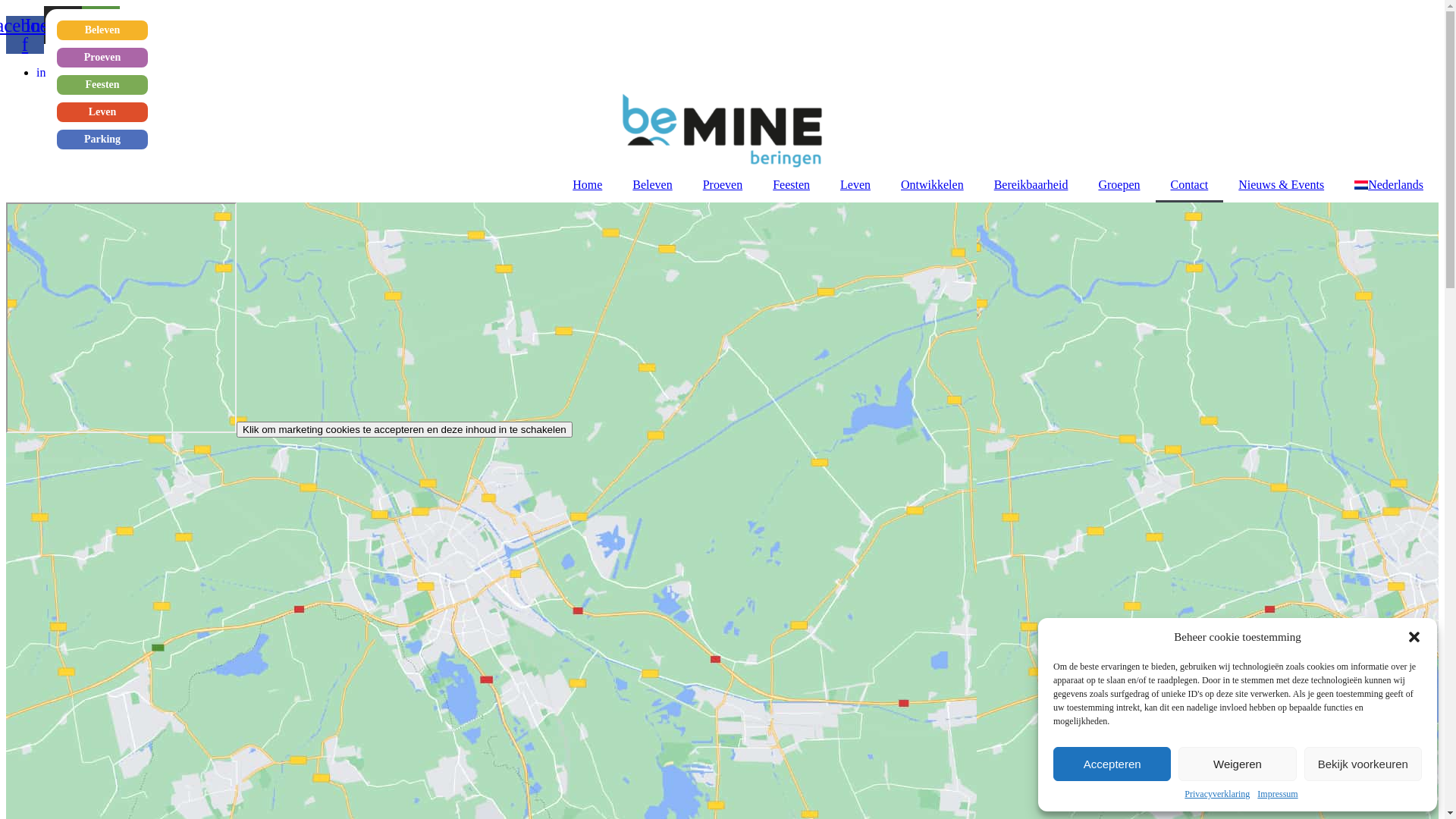 Image resolution: width=1456 pixels, height=819 pixels. I want to click on 'Accepteren', so click(1052, 764).